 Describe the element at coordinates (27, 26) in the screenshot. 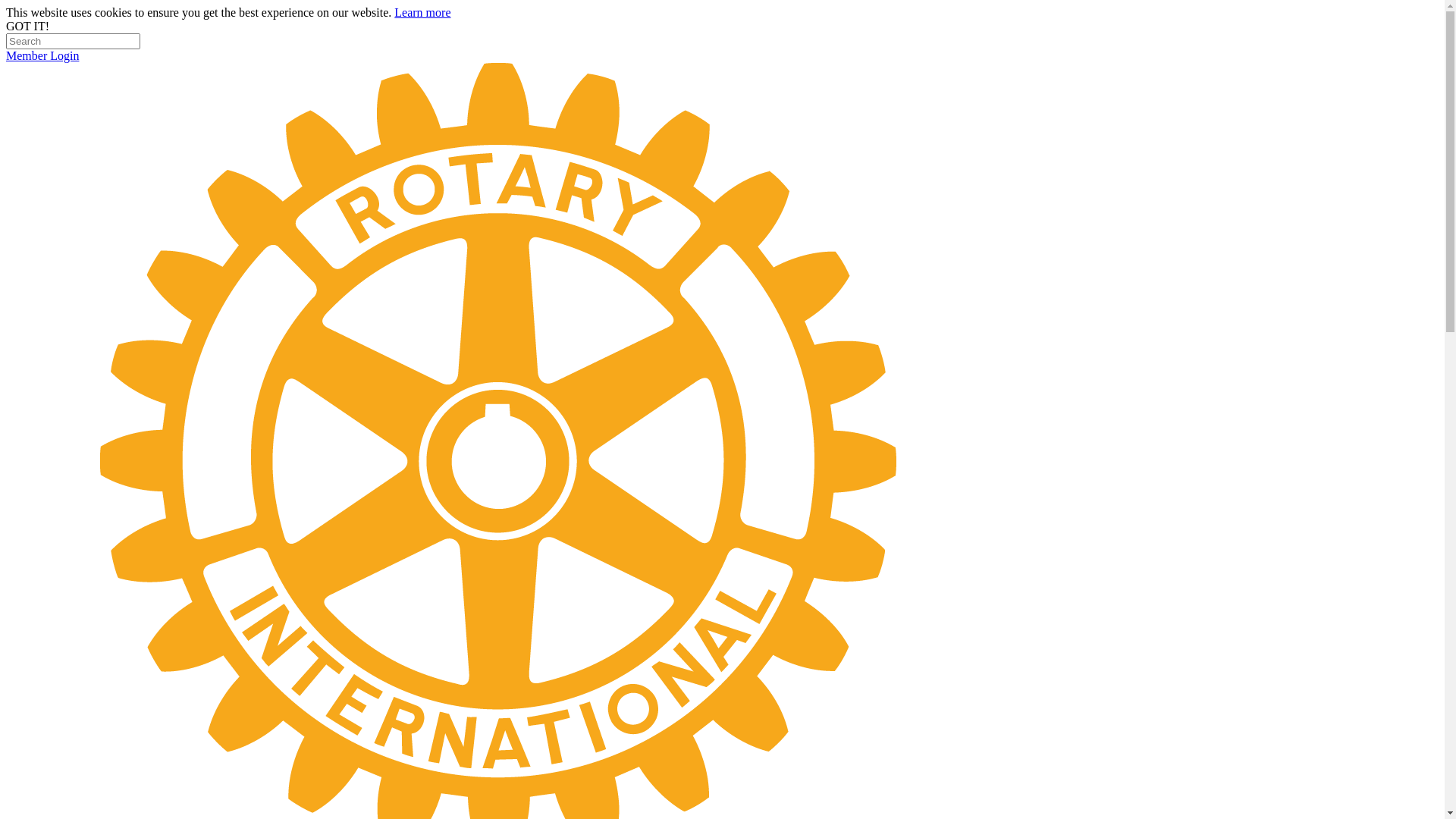

I see `'GOT IT!'` at that location.